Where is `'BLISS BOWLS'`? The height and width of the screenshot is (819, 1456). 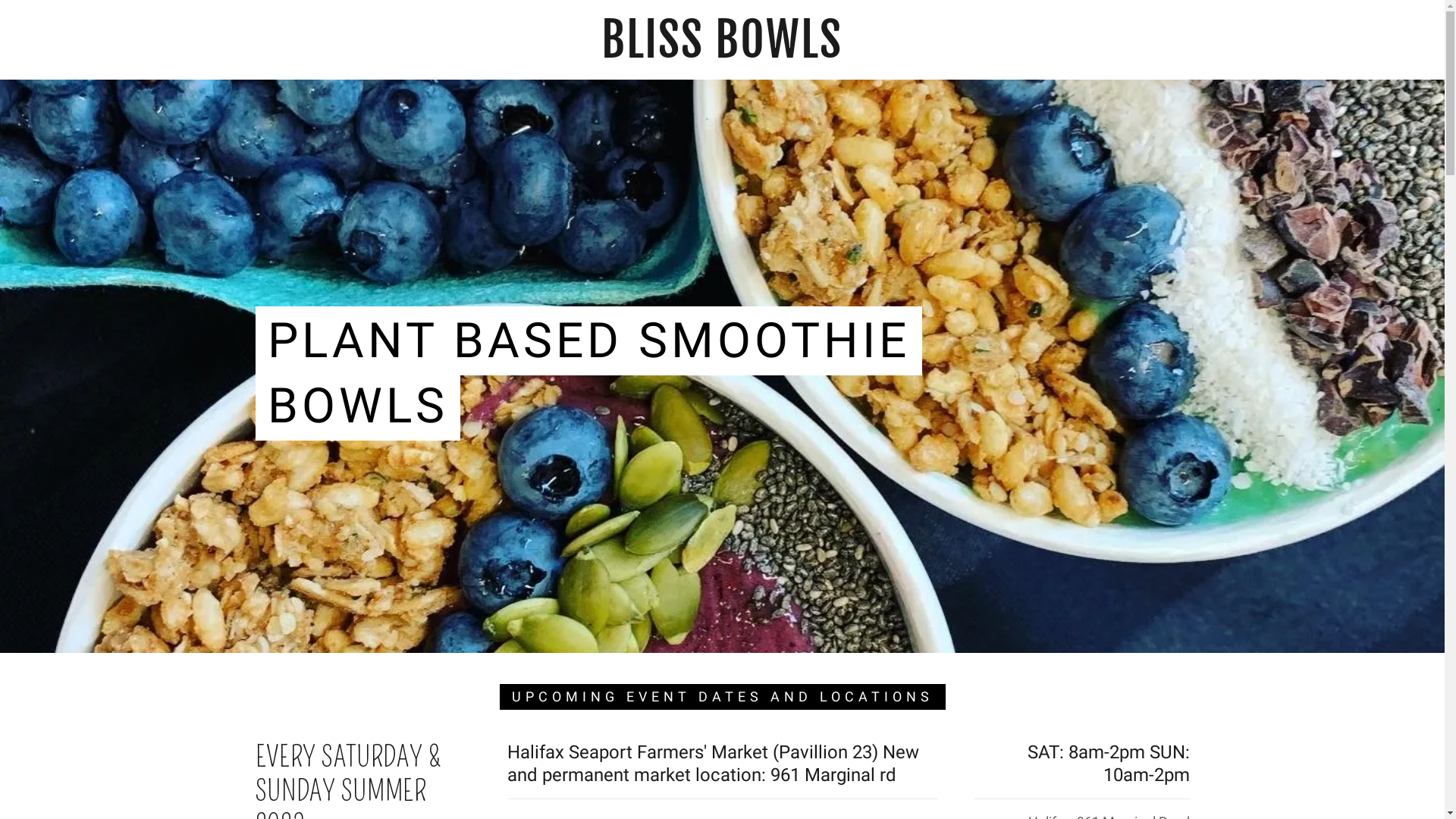
'BLISS BOWLS' is located at coordinates (720, 52).